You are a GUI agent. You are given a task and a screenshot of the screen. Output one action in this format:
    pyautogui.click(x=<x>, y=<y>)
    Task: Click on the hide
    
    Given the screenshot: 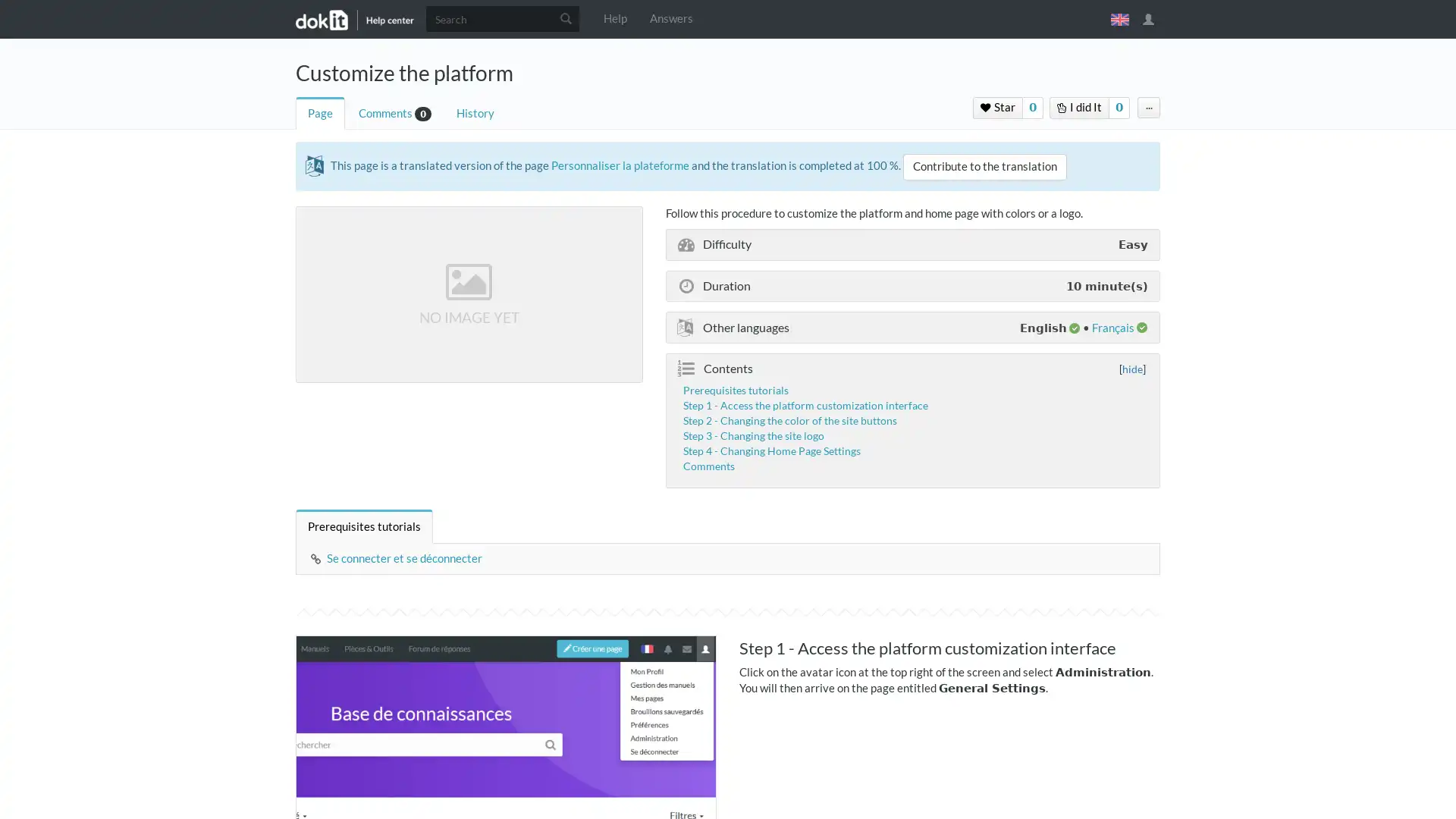 What is the action you would take?
    pyautogui.click(x=1132, y=369)
    